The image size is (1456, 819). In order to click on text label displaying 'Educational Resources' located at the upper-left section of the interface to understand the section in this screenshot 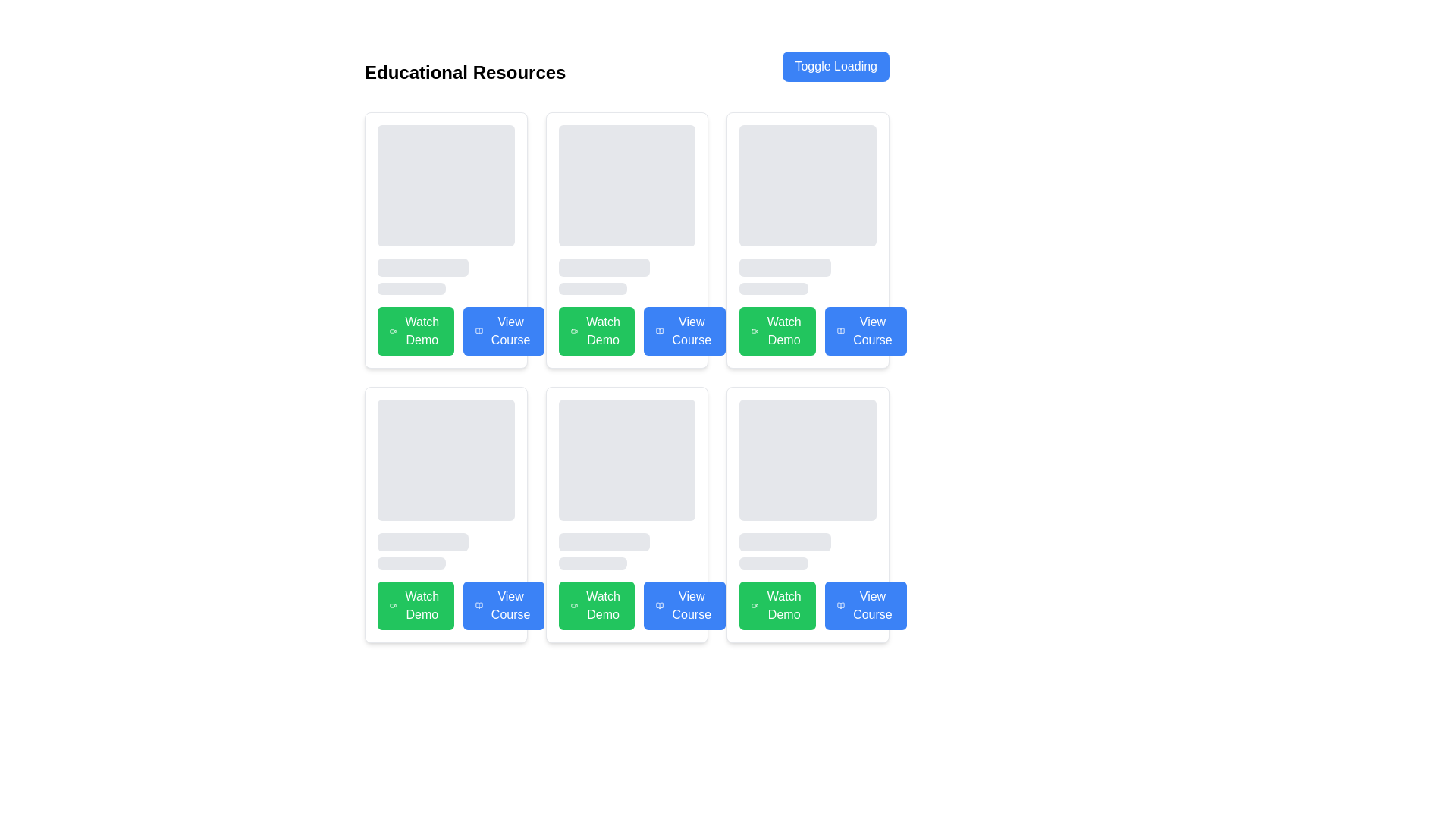, I will do `click(464, 73)`.